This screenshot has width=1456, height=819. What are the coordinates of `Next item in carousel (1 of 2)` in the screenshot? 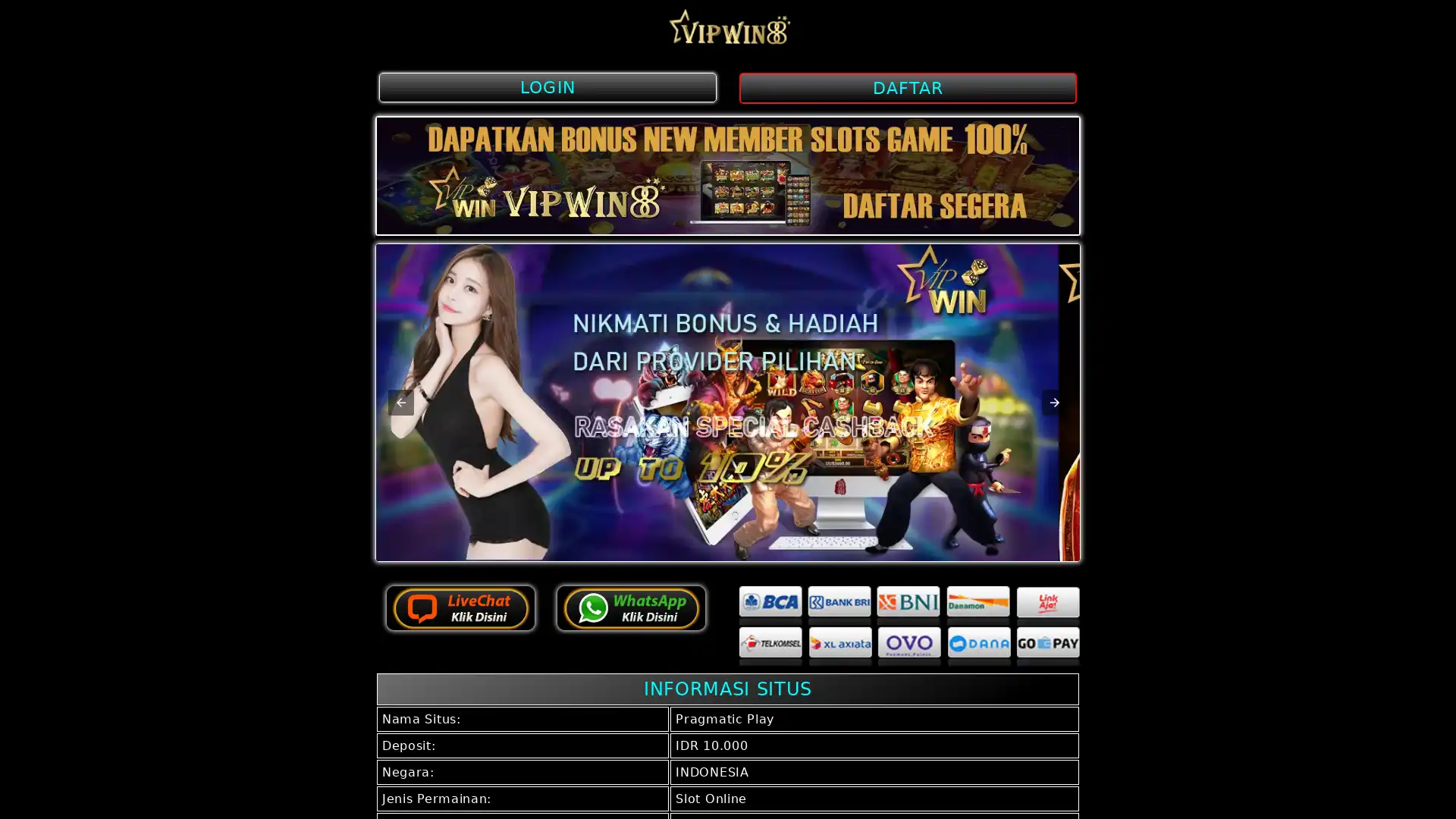 It's located at (1054, 402).